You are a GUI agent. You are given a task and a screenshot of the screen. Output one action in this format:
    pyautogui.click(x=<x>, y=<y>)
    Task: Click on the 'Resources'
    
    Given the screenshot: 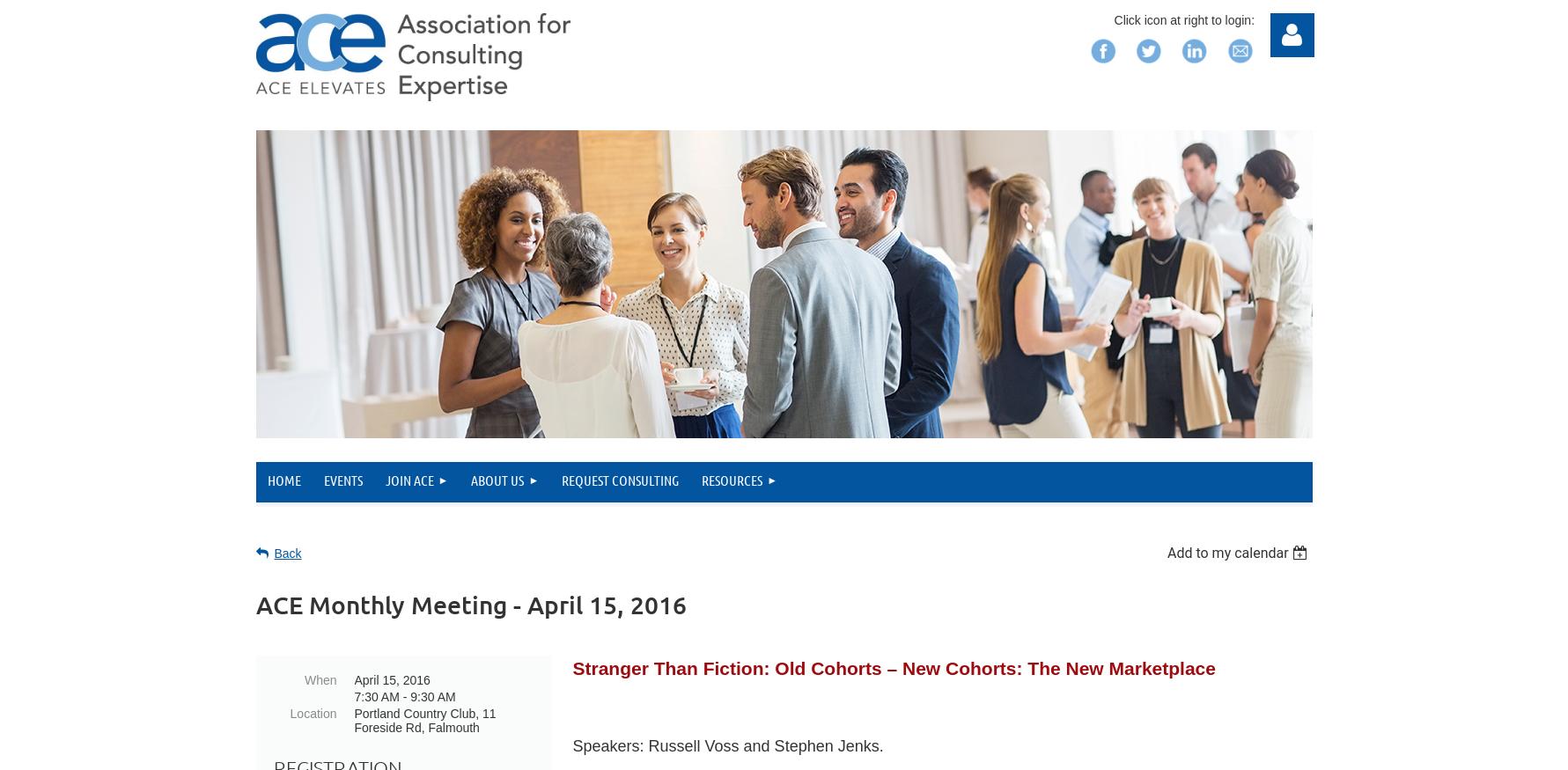 What is the action you would take?
    pyautogui.click(x=732, y=479)
    